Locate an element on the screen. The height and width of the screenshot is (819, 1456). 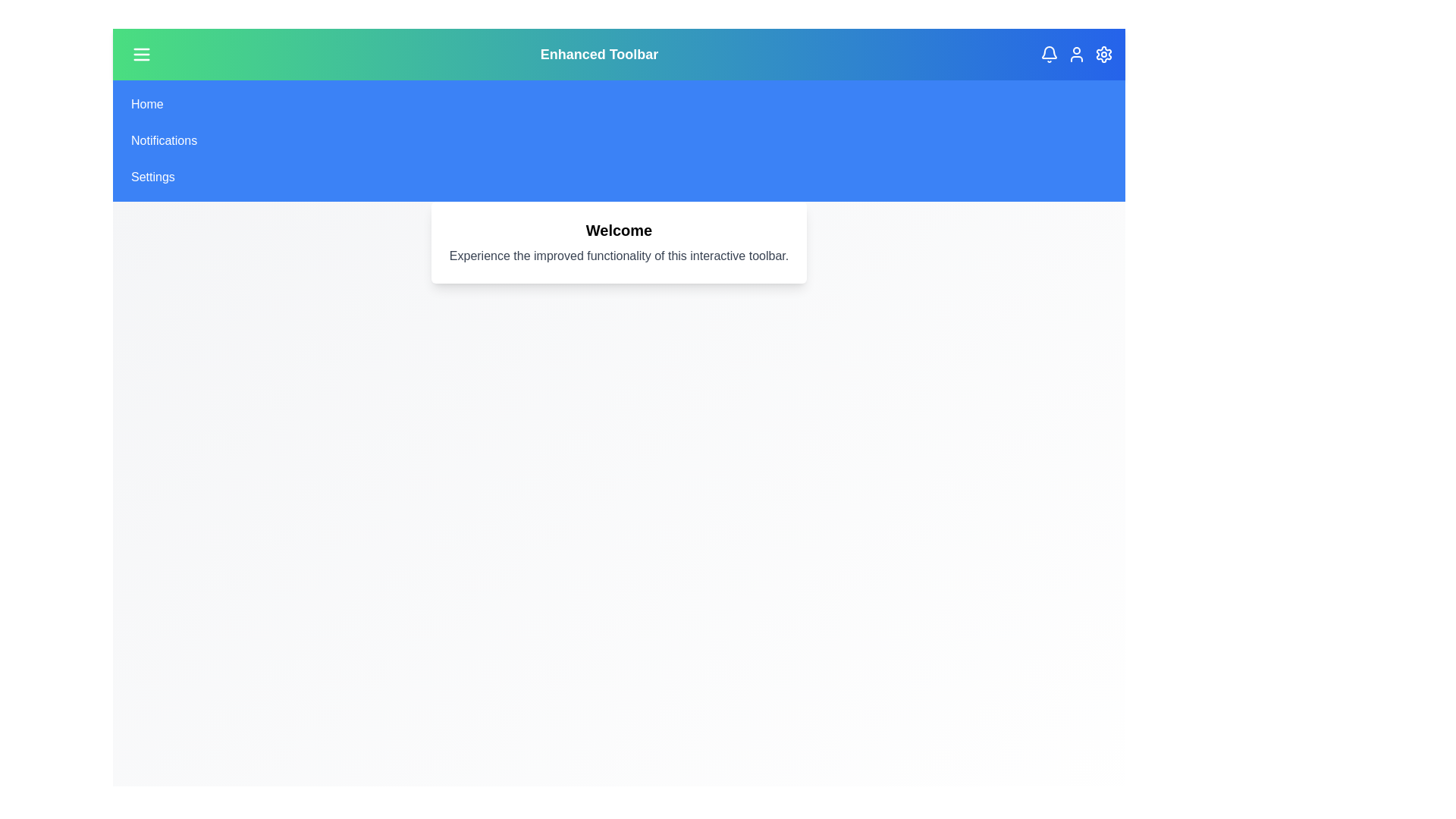
the settings icon in the toolbar is located at coordinates (1103, 54).